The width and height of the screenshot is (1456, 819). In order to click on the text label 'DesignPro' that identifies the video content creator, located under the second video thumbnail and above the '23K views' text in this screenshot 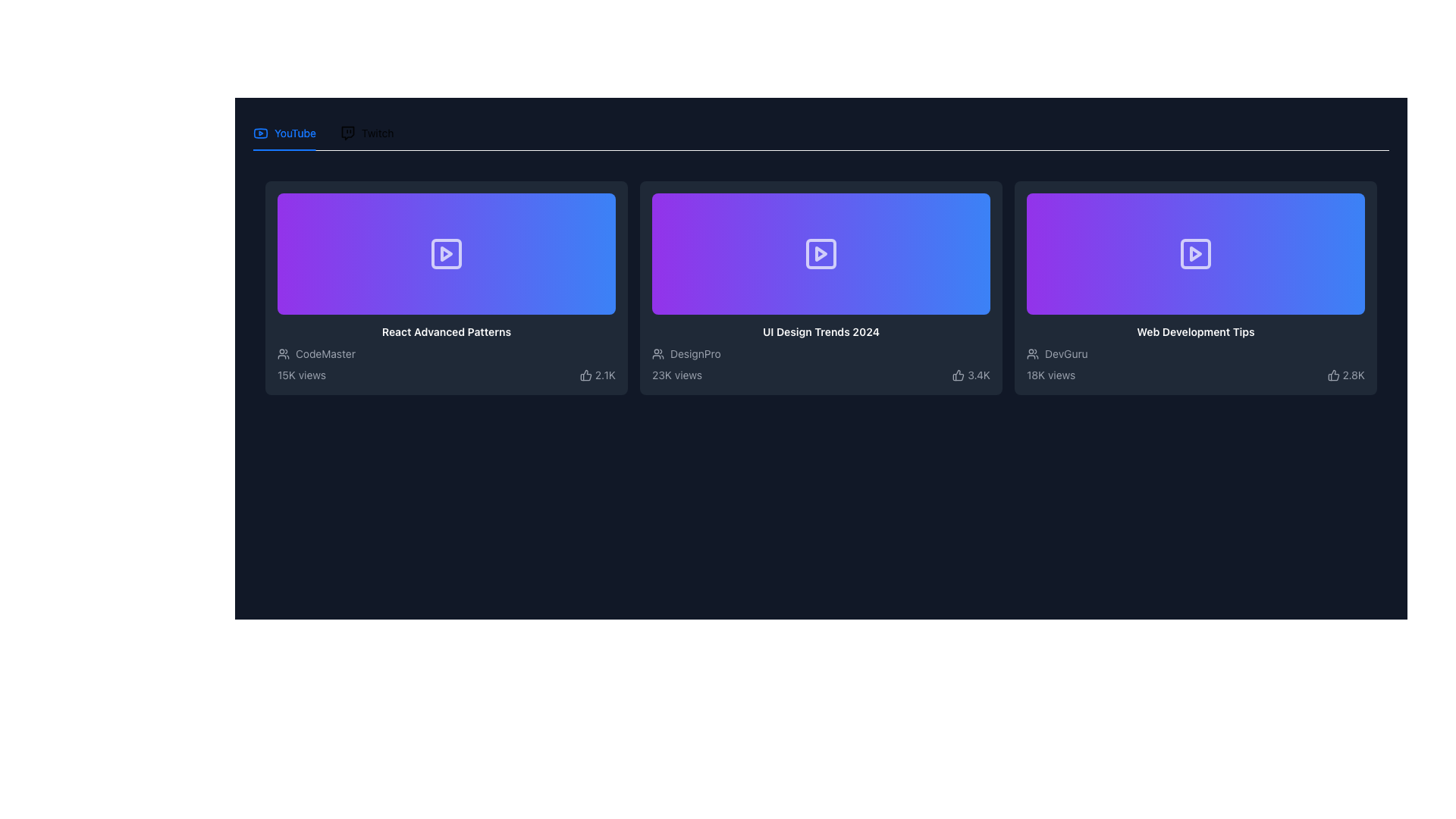, I will do `click(695, 353)`.